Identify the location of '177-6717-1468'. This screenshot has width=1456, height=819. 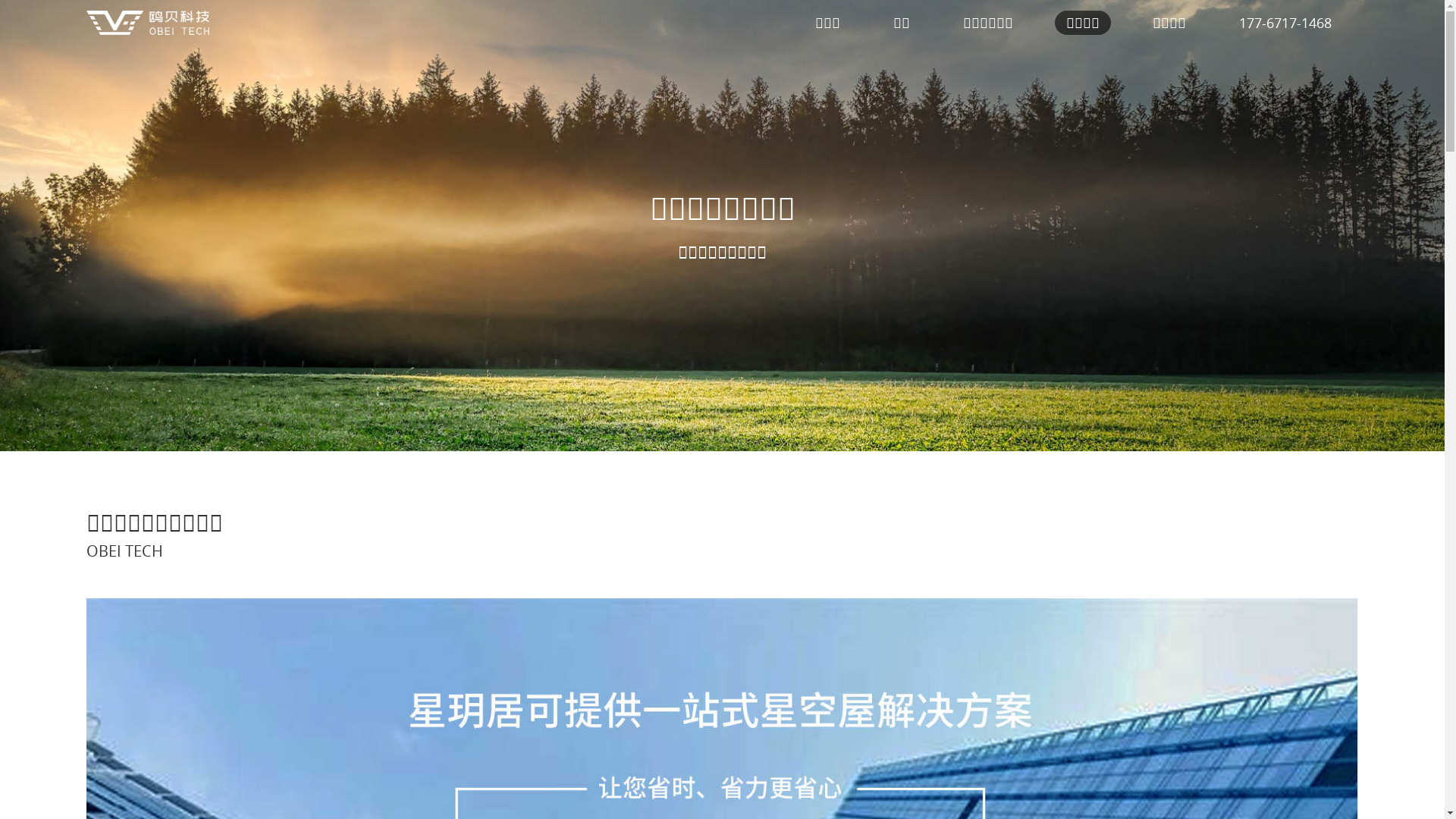
(1284, 23).